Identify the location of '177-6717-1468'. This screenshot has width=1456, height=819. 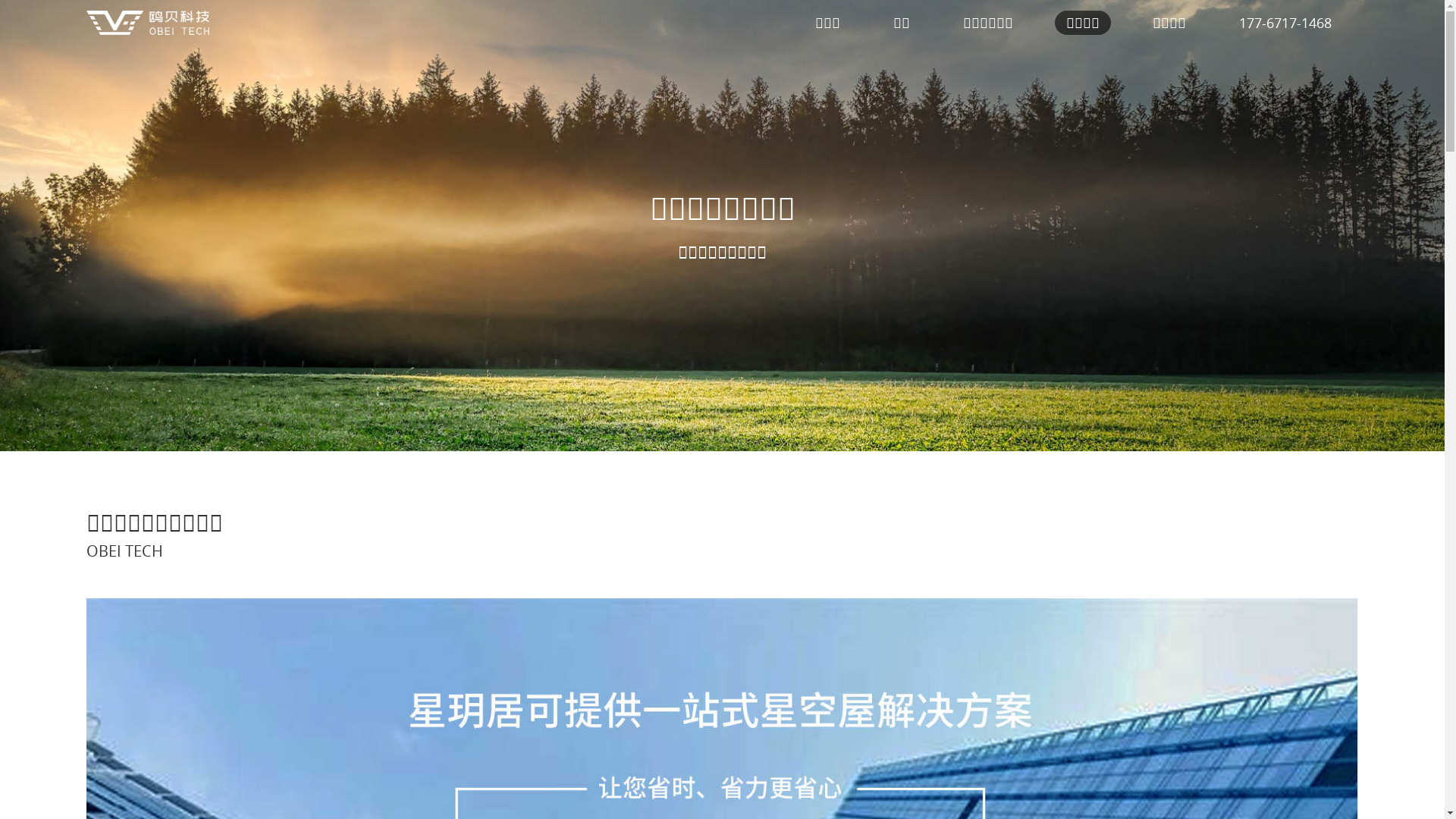
(1284, 23).